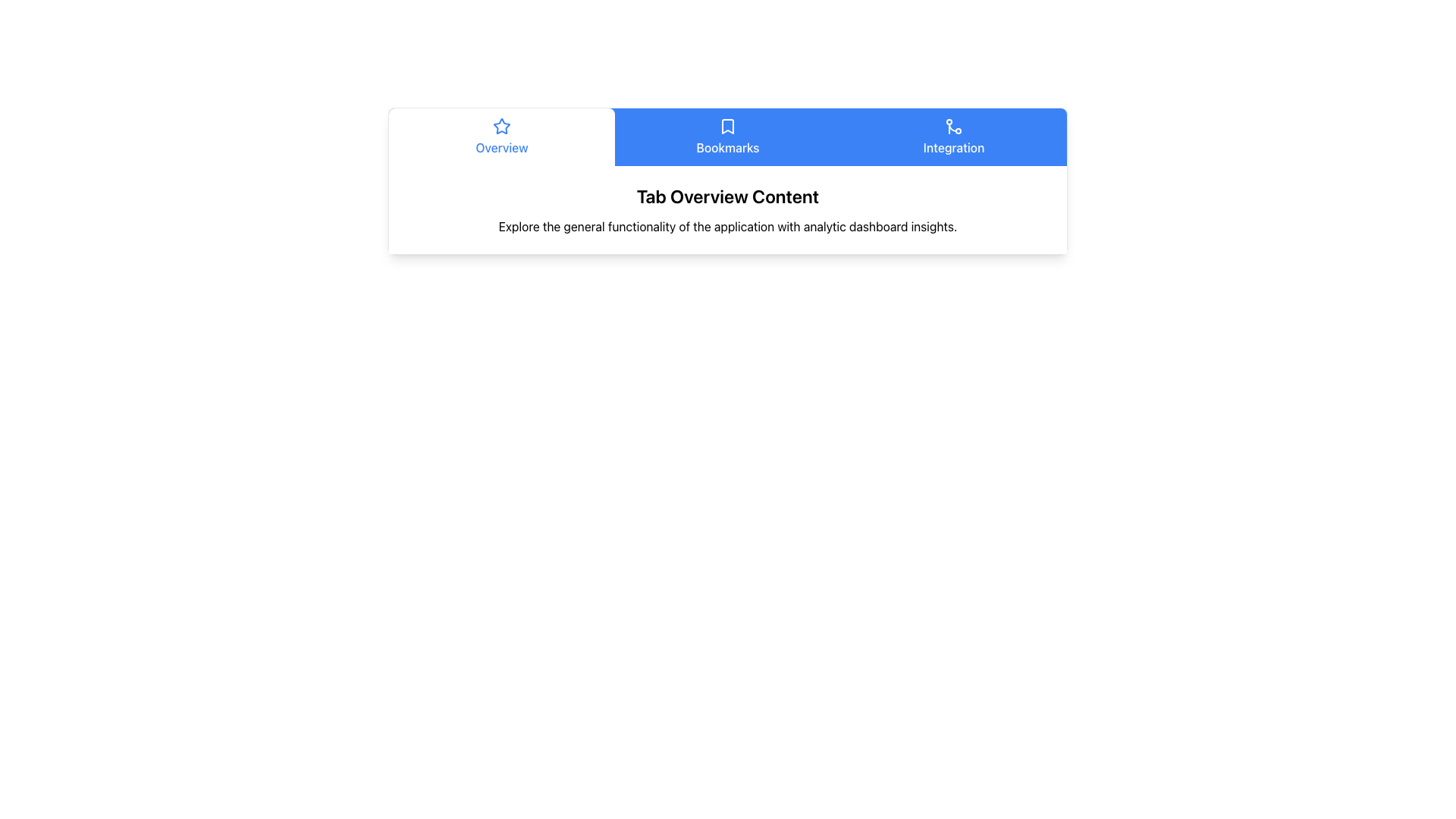 This screenshot has width=1456, height=819. I want to click on the 'Overview' tab icon located in the far-left position of the tab navigation bar, so click(502, 125).